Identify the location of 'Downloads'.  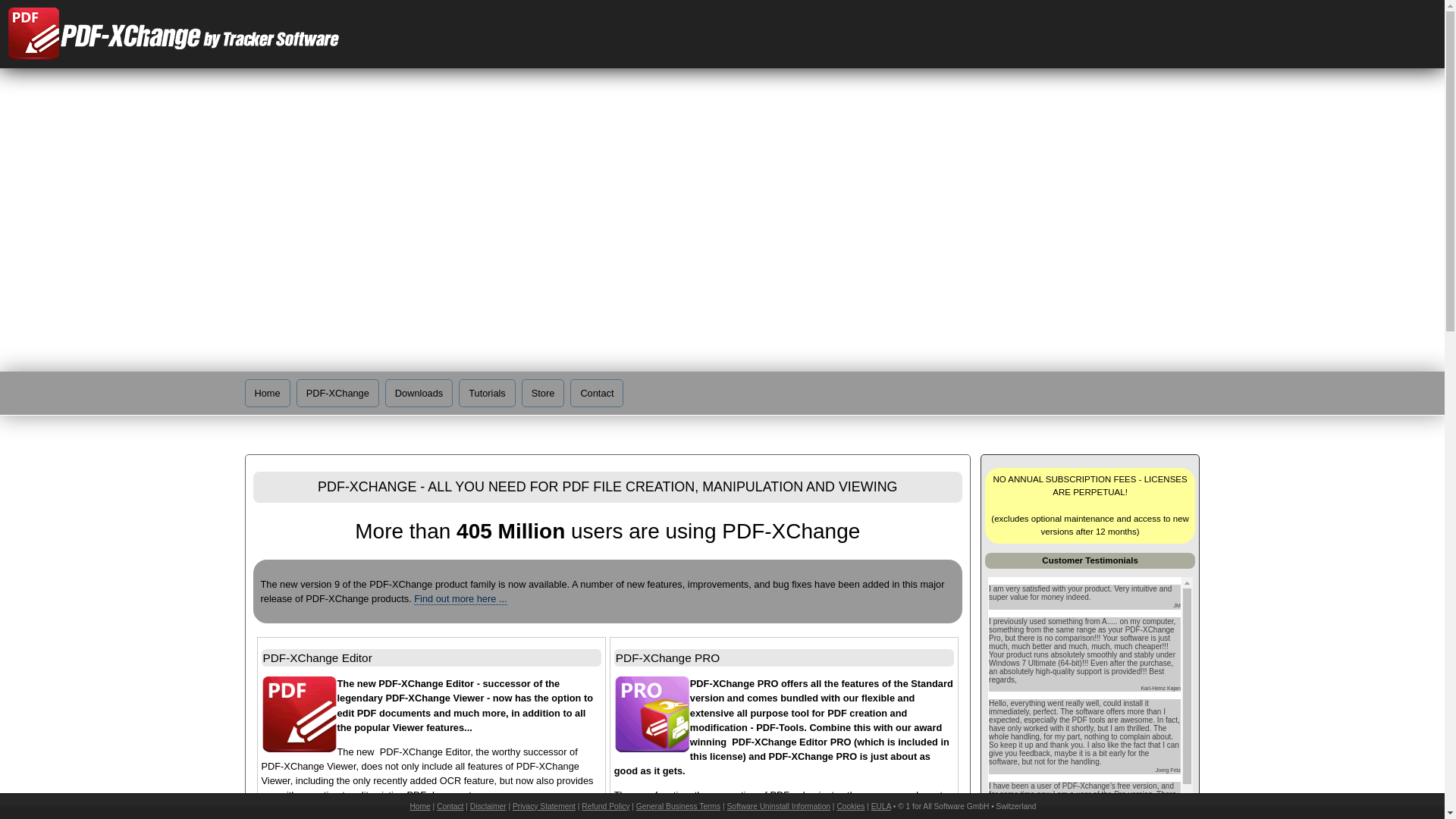
(419, 392).